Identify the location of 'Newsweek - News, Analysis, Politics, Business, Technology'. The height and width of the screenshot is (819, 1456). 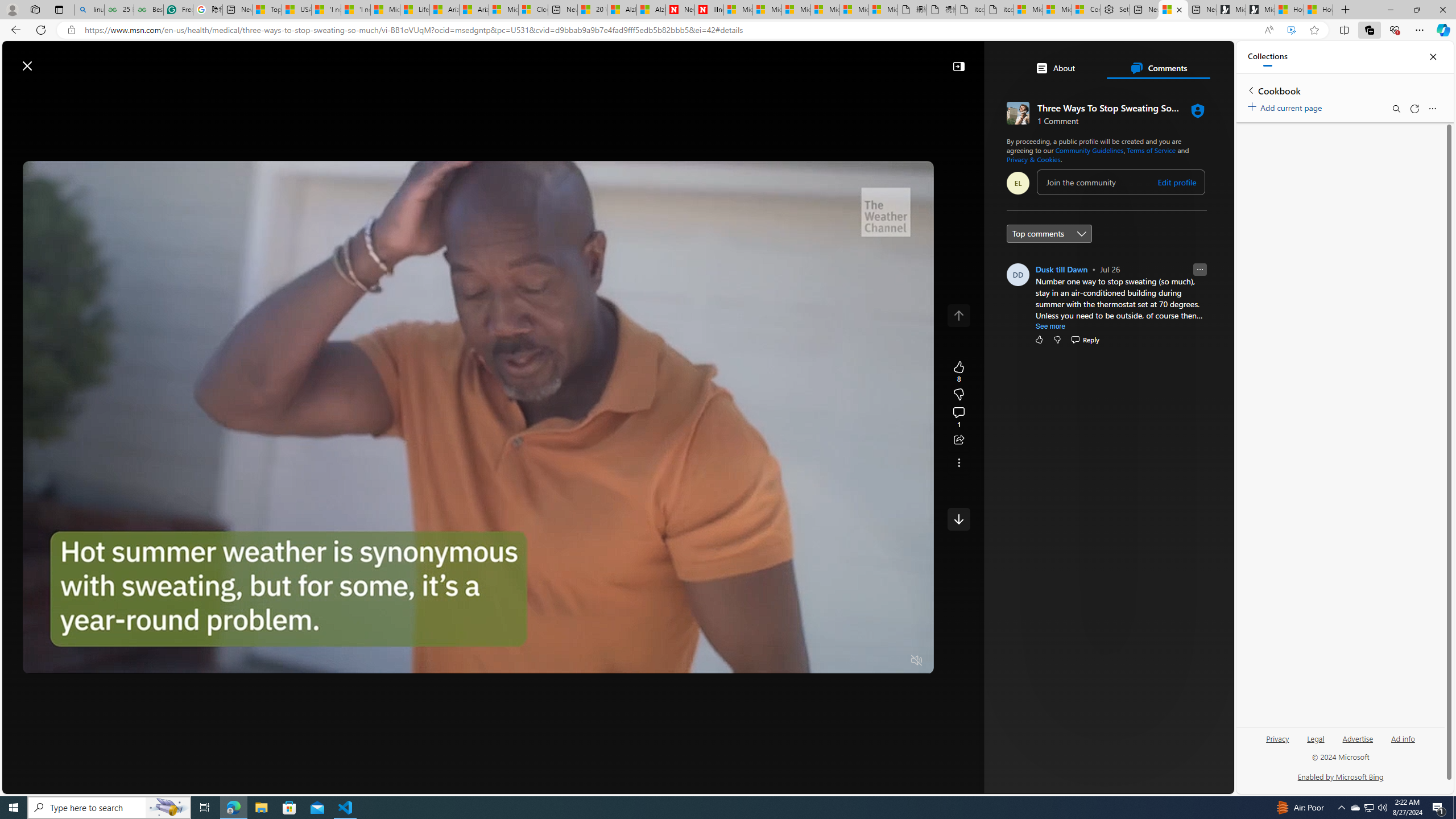
(679, 9).